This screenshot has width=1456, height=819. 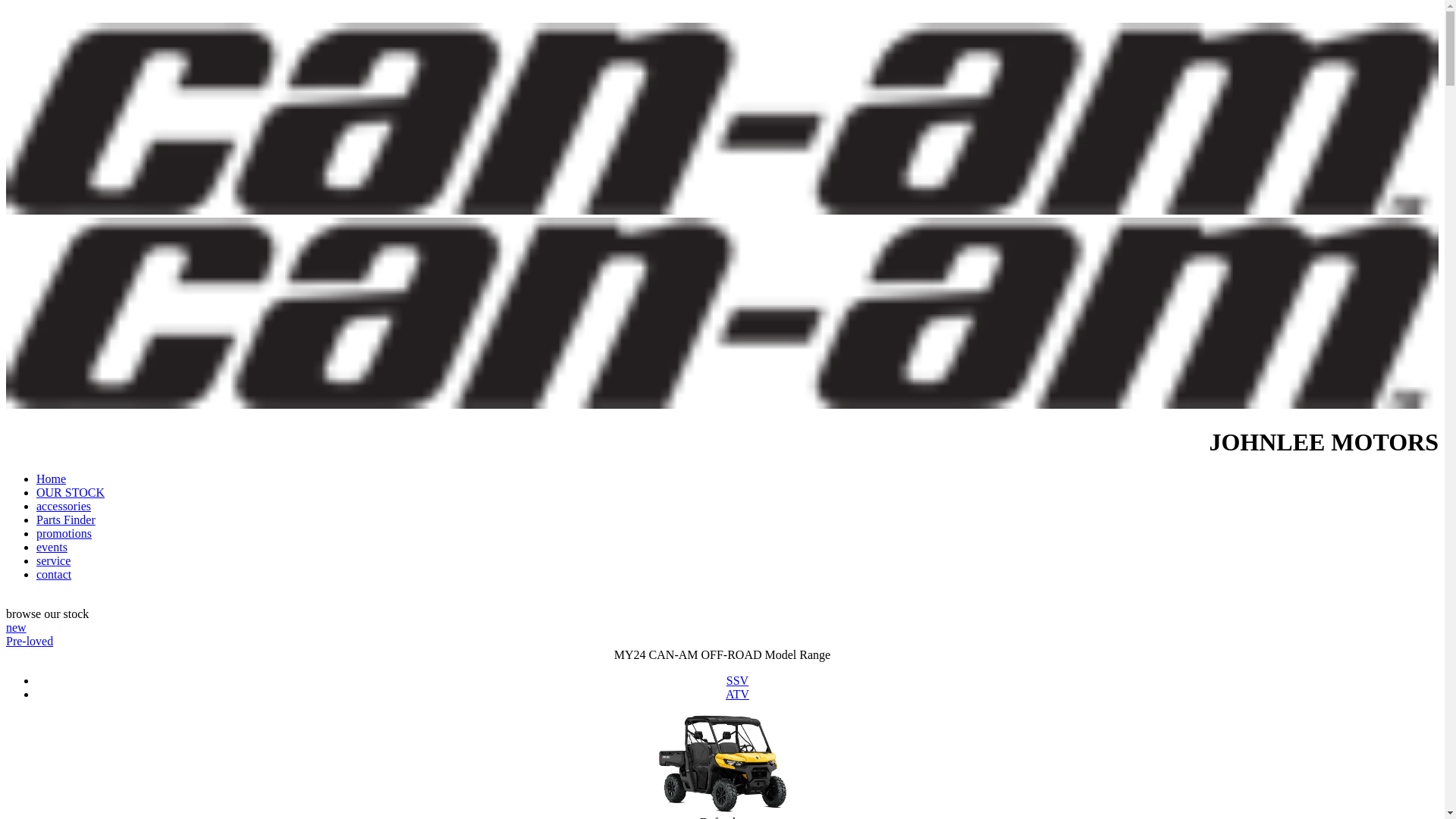 What do you see at coordinates (36, 560) in the screenshot?
I see `'service'` at bounding box center [36, 560].